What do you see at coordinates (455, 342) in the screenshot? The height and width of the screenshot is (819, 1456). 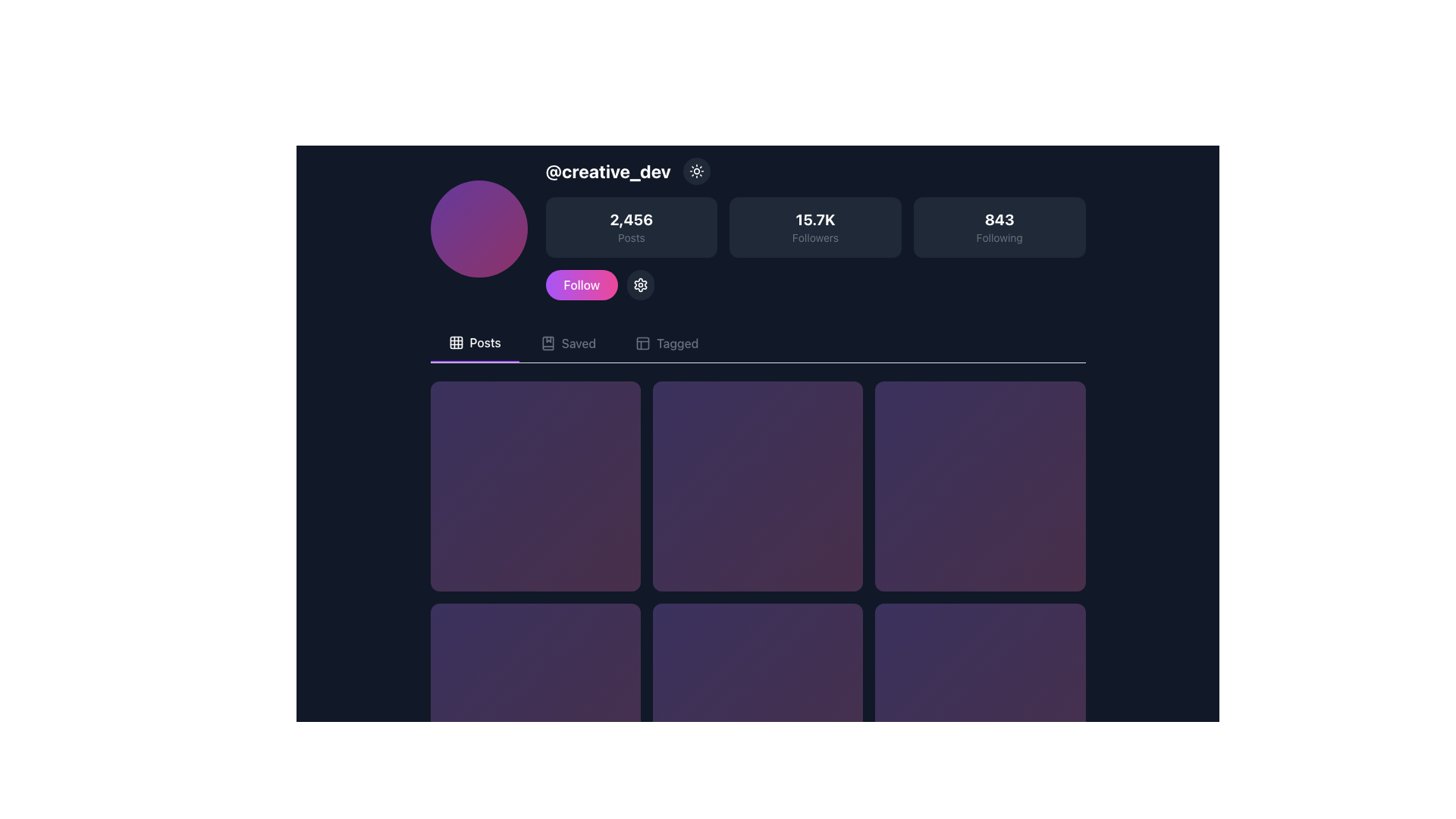 I see `the 3x3 grid icon located to the left of the word 'posts' in the main navigation section` at bounding box center [455, 342].